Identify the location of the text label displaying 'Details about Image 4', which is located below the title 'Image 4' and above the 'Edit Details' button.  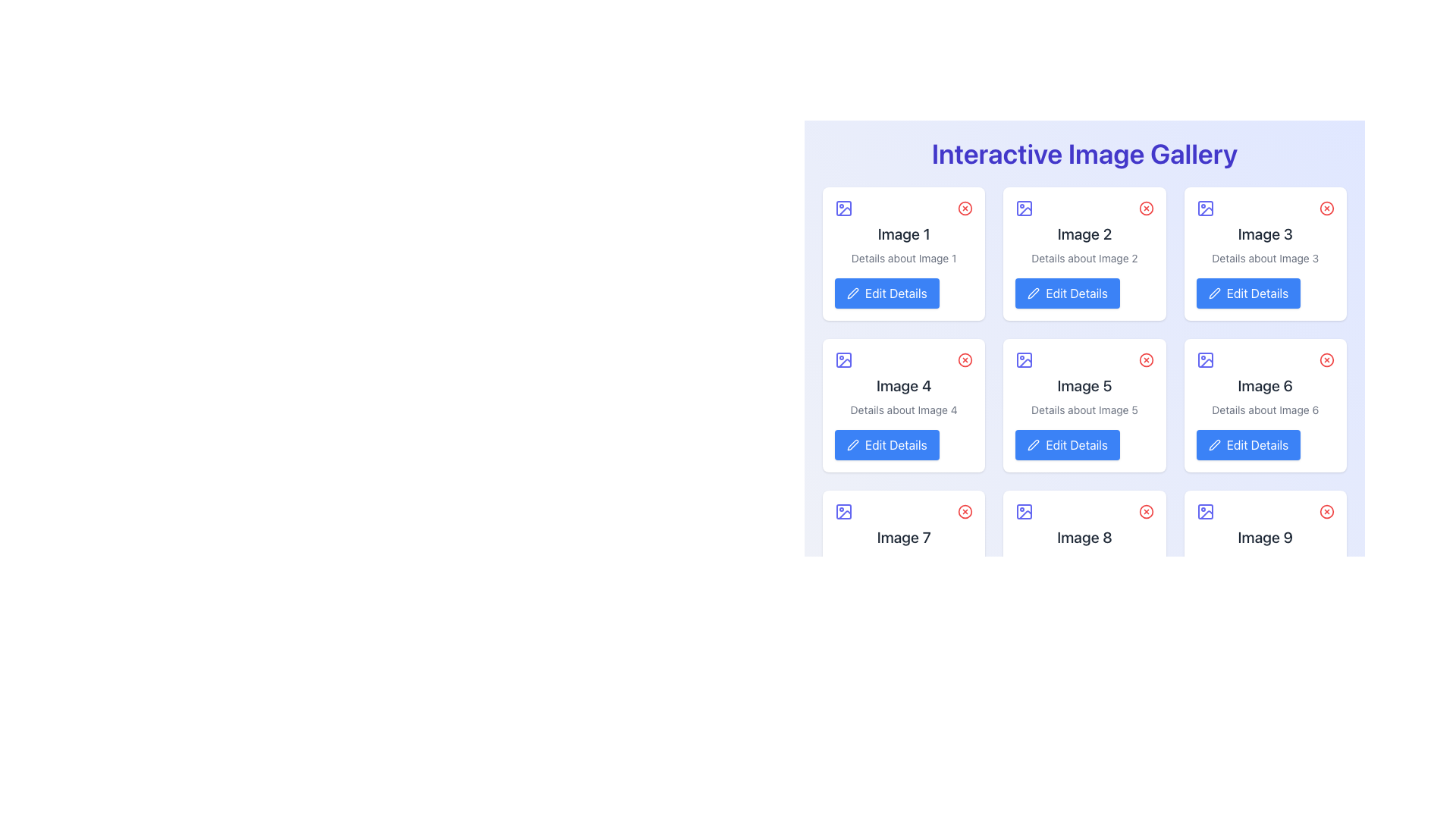
(904, 409).